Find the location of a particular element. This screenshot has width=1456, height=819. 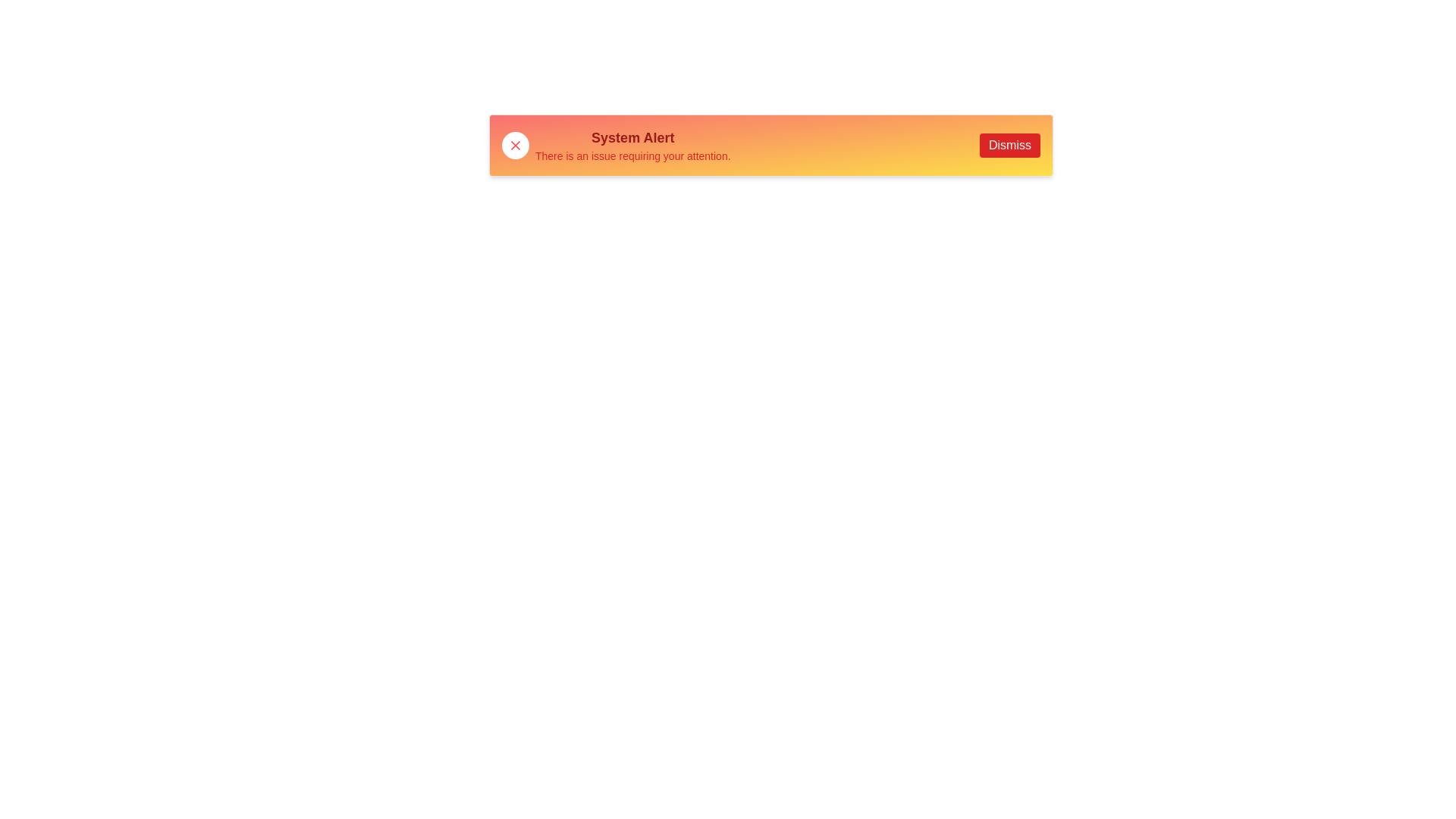

the primary informational content section of the alert box, which is aligned vertically with the dismiss button on the right and the close button on the left is located at coordinates (616, 146).